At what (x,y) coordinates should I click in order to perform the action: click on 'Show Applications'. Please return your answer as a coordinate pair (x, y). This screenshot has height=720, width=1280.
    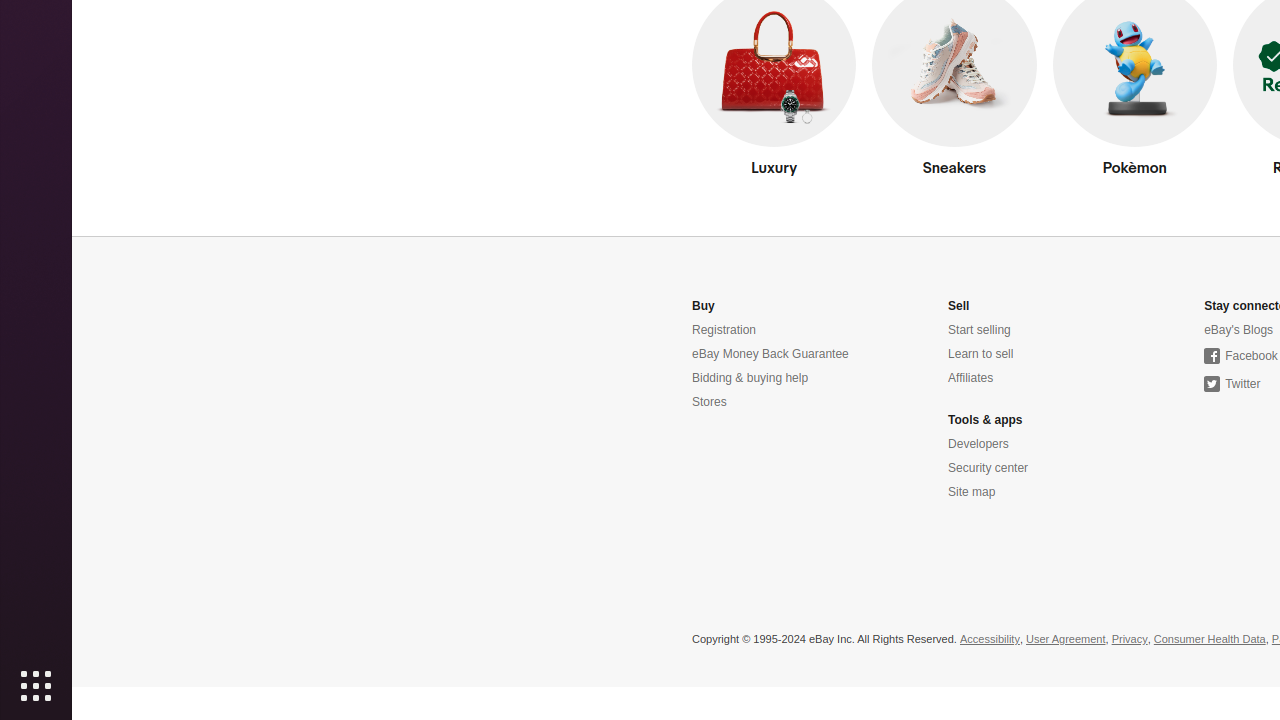
    Looking at the image, I should click on (35, 685).